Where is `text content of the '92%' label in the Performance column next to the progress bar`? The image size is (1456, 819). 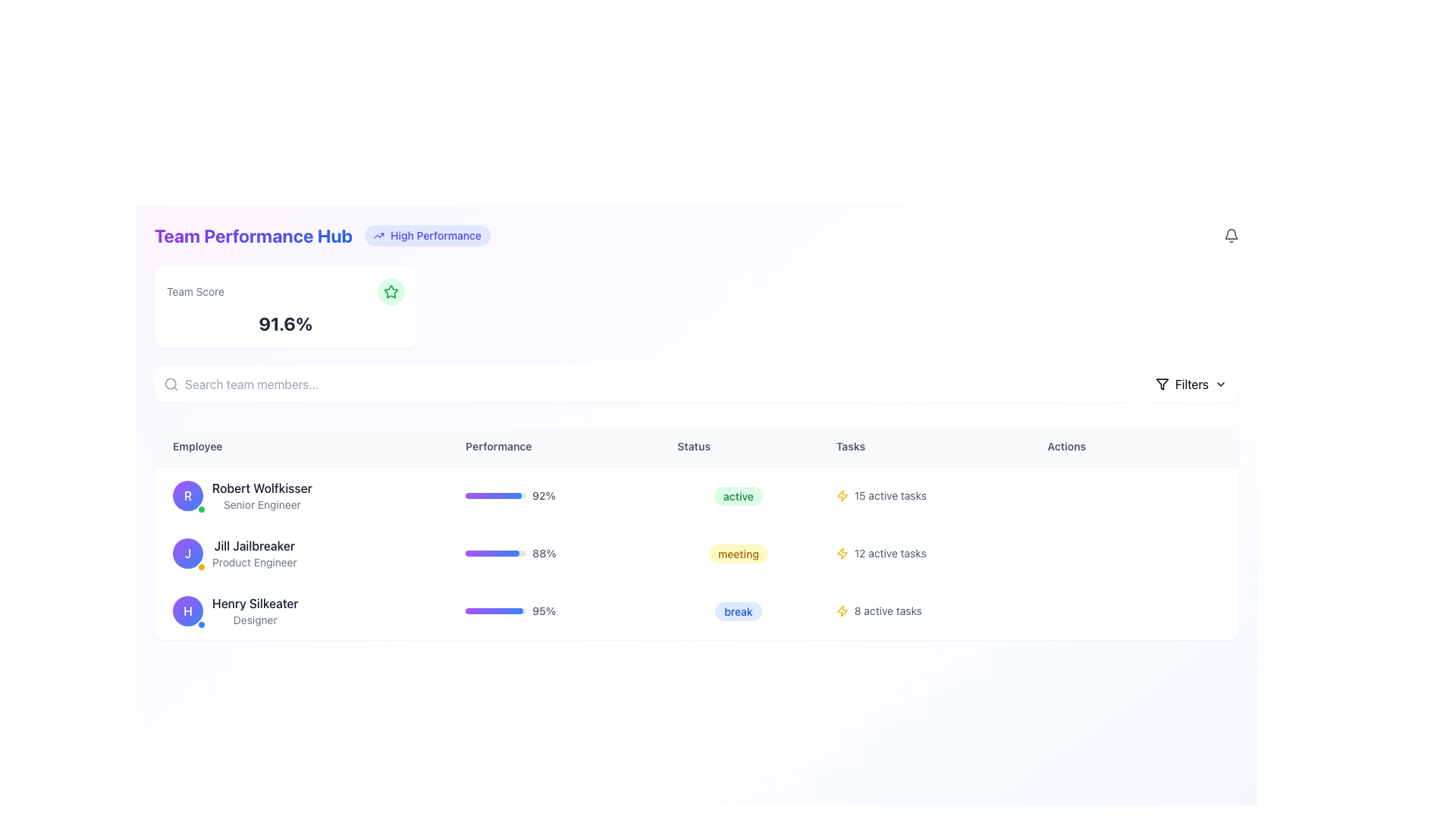
text content of the '92%' label in the Performance column next to the progress bar is located at coordinates (544, 496).